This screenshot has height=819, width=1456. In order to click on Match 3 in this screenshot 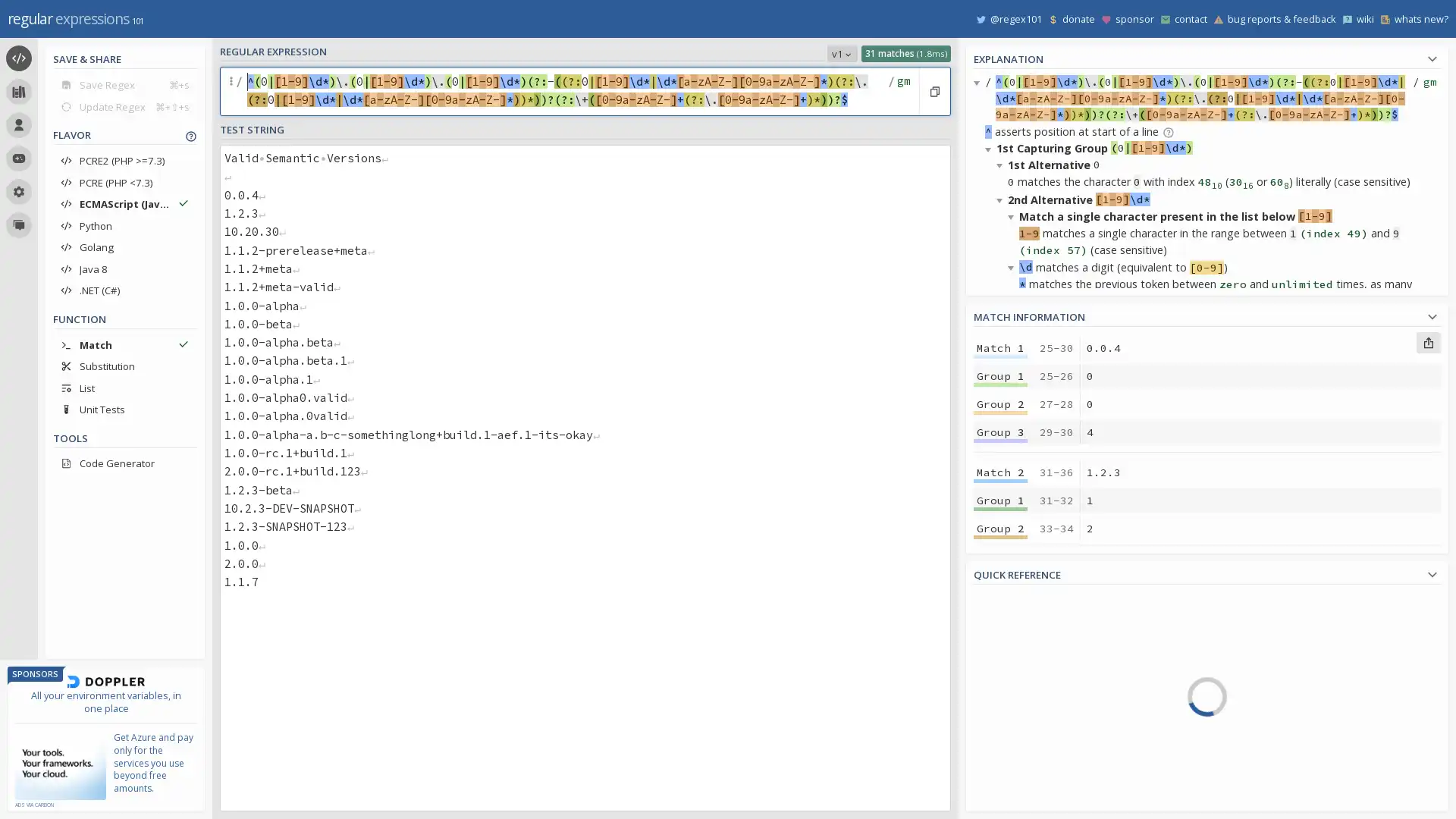, I will do `click(1000, 595)`.